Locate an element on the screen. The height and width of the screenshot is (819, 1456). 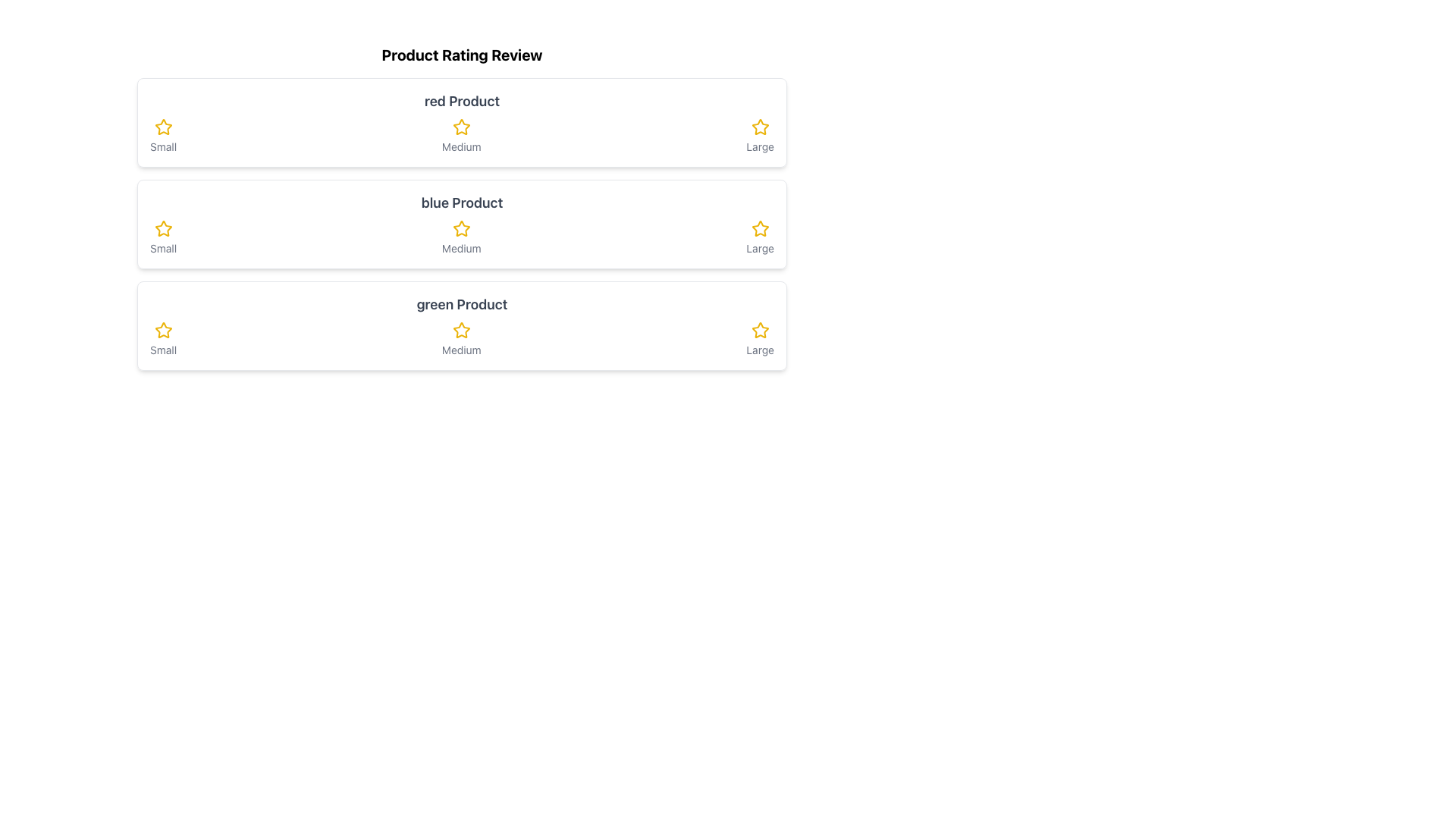
text of the heading element that serves as the title for the product ratings and reviews section, positioned at the top of the layout and centered horizontally is located at coordinates (461, 55).